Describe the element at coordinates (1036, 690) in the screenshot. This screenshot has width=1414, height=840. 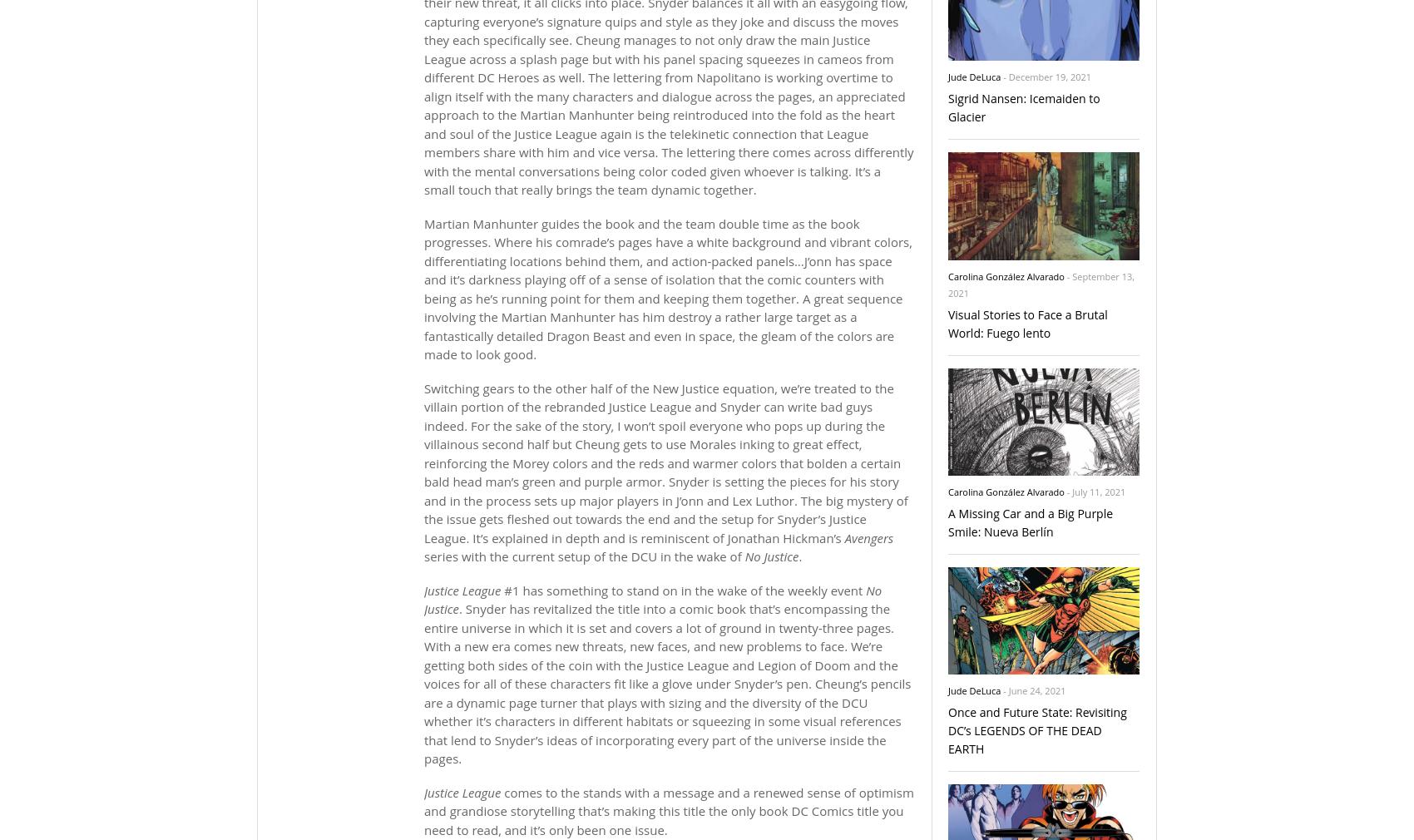
I see `'June 24, 2021'` at that location.